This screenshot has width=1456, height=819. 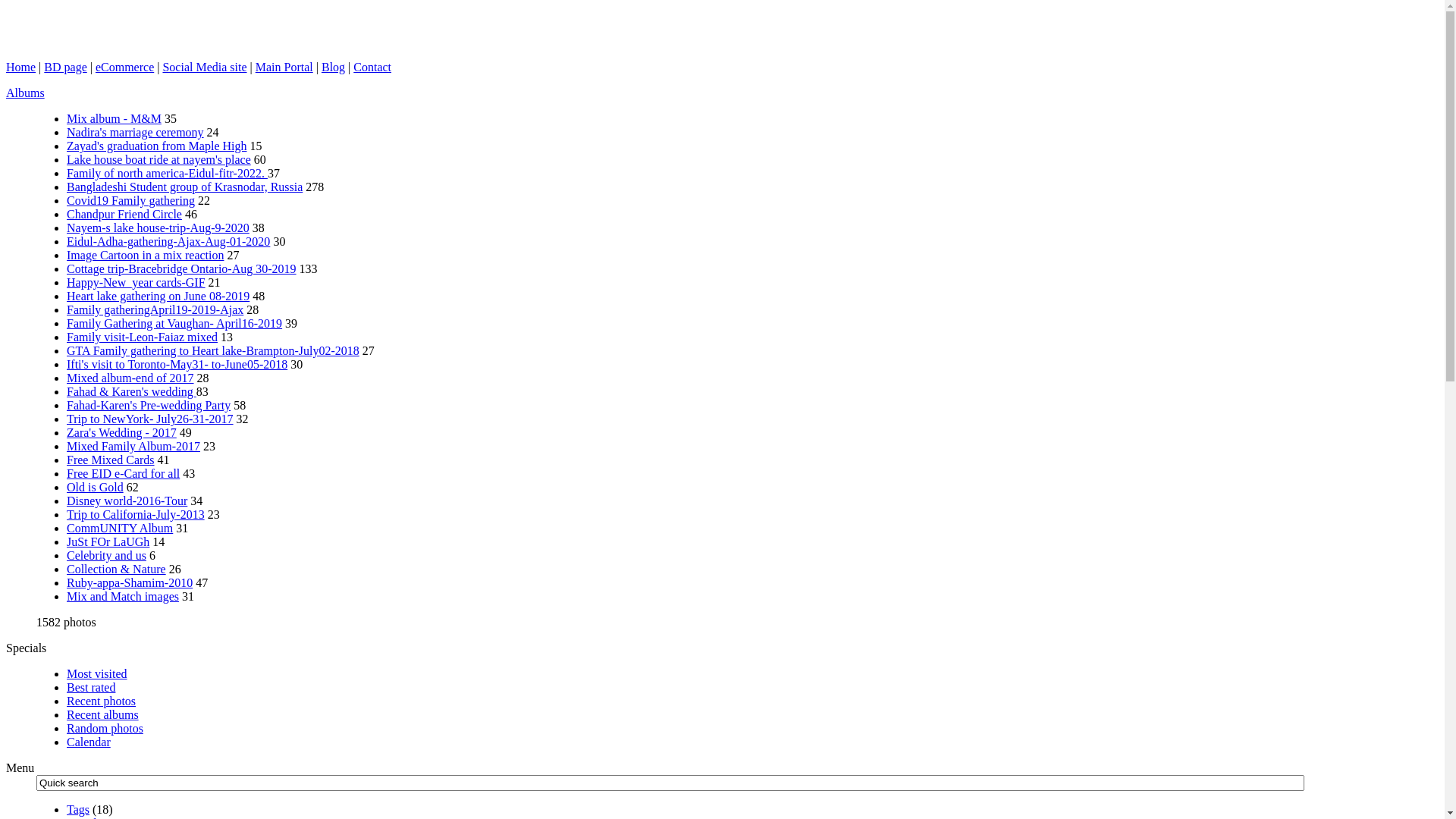 I want to click on 'Free EID e-Card for all', so click(x=65, y=472).